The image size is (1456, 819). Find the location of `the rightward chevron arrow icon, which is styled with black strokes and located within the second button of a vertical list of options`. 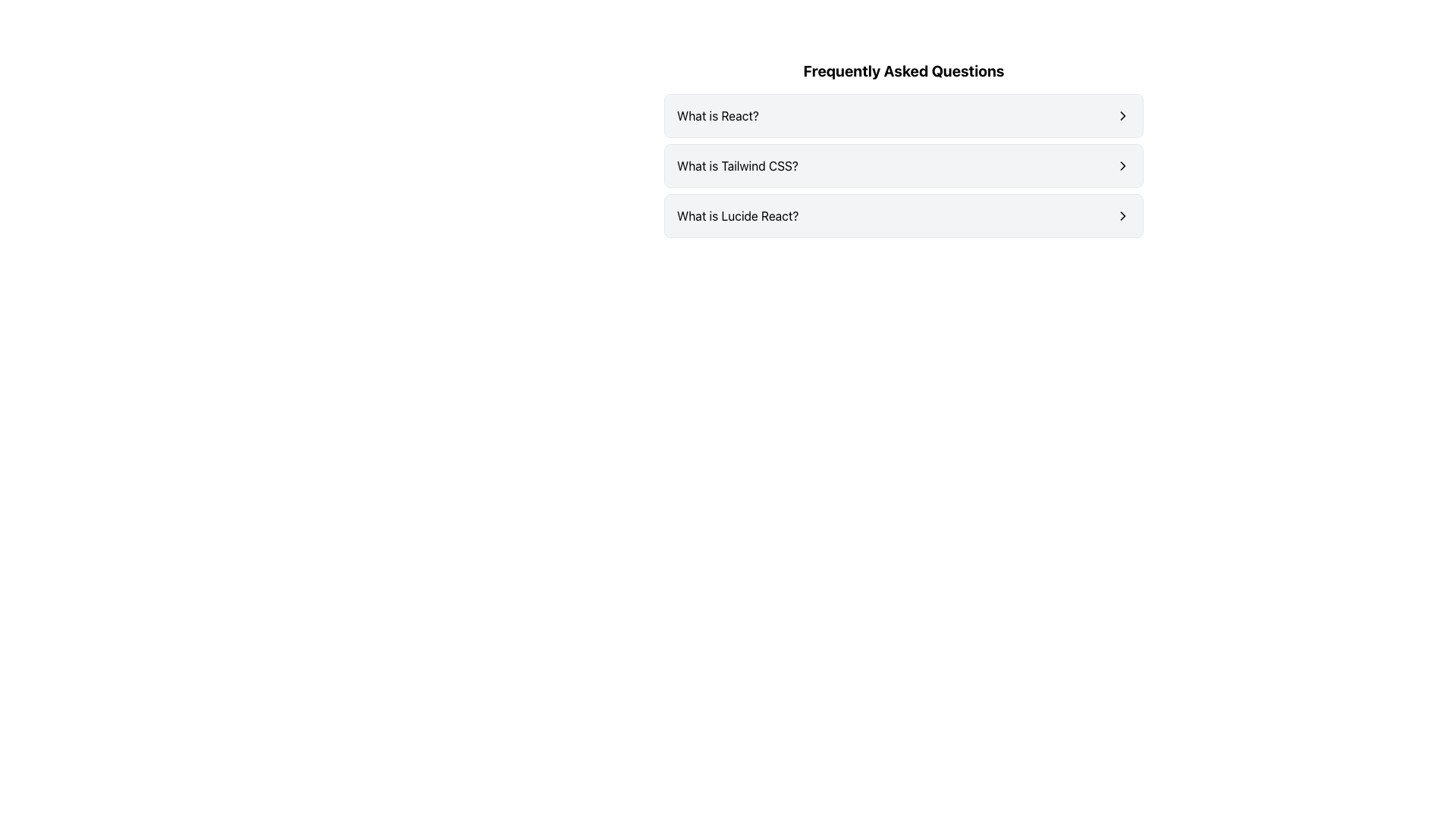

the rightward chevron arrow icon, which is styled with black strokes and located within the second button of a vertical list of options is located at coordinates (1123, 166).